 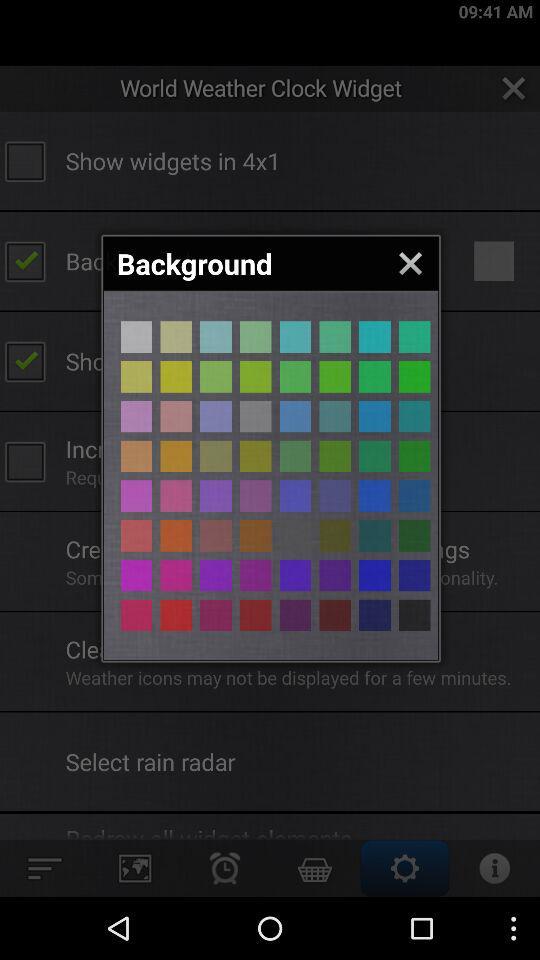 I want to click on colour, so click(x=335, y=375).